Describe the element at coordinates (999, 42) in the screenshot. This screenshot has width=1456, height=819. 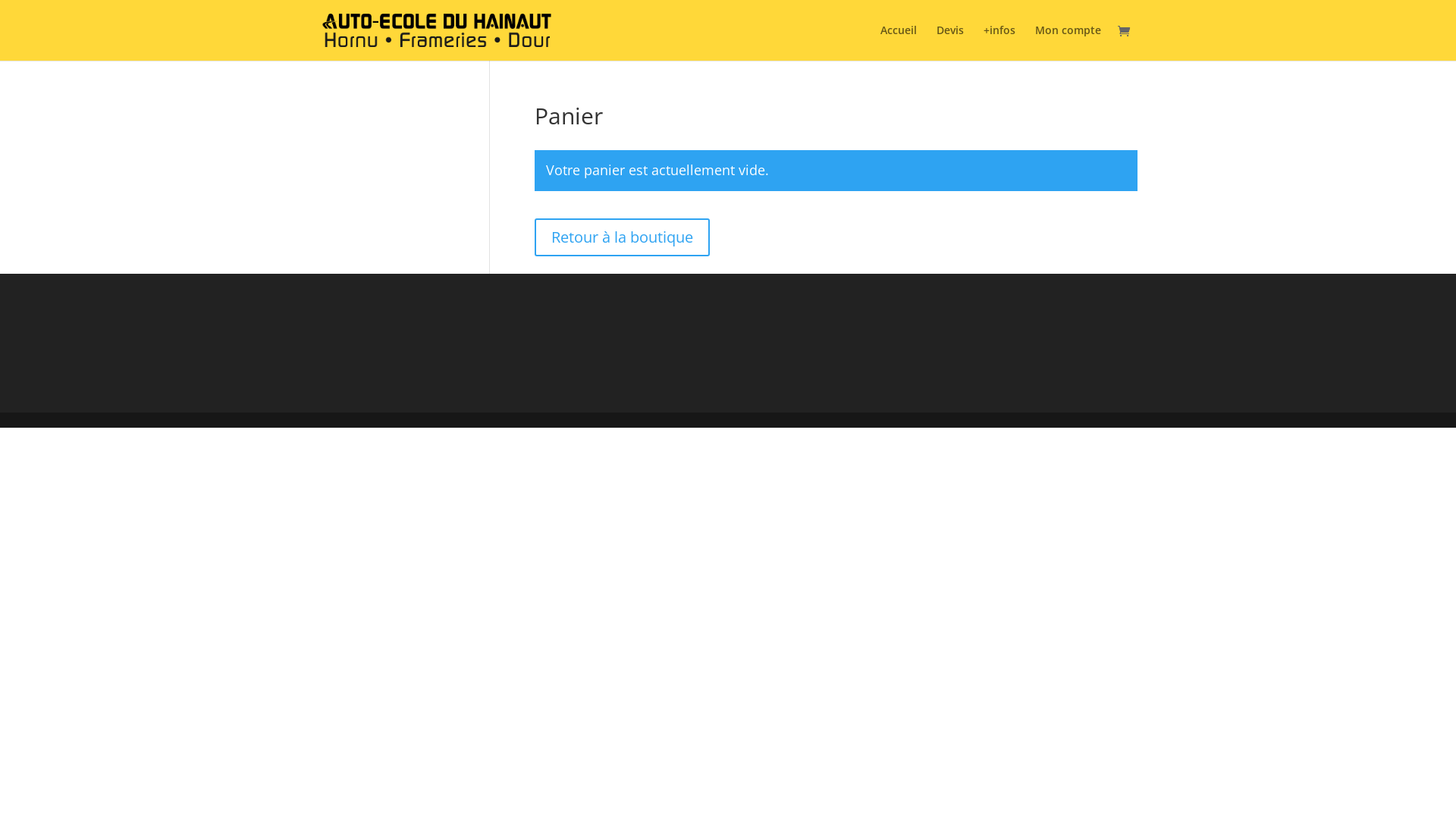
I see `'+infos'` at that location.